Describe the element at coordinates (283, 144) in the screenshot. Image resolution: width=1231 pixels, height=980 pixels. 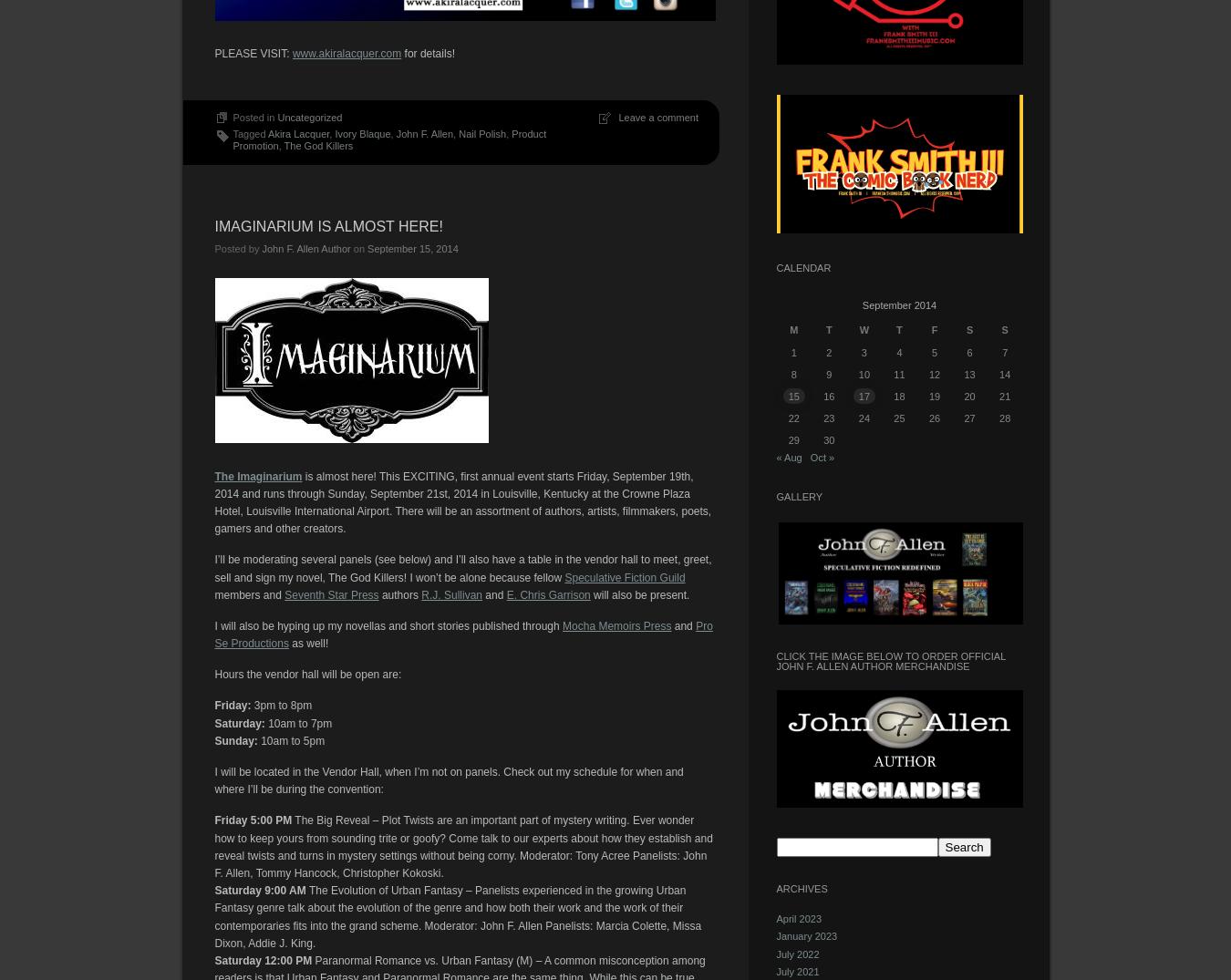
I see `'The God Killers'` at that location.